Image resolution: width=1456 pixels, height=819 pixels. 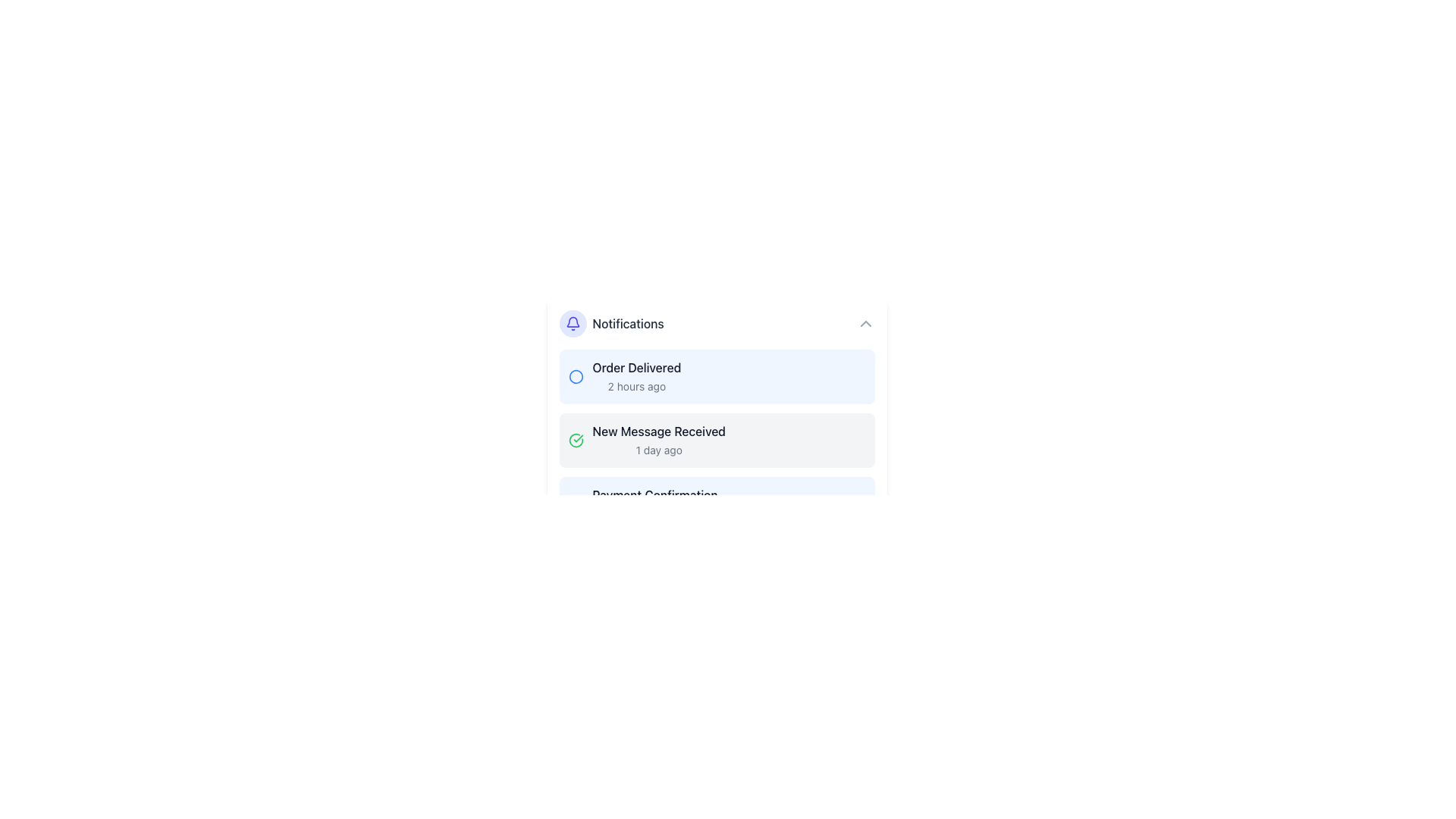 I want to click on contents of the Text Label that serves as the title for the notifications section, positioned immediately to the right of a bell icon, so click(x=628, y=323).